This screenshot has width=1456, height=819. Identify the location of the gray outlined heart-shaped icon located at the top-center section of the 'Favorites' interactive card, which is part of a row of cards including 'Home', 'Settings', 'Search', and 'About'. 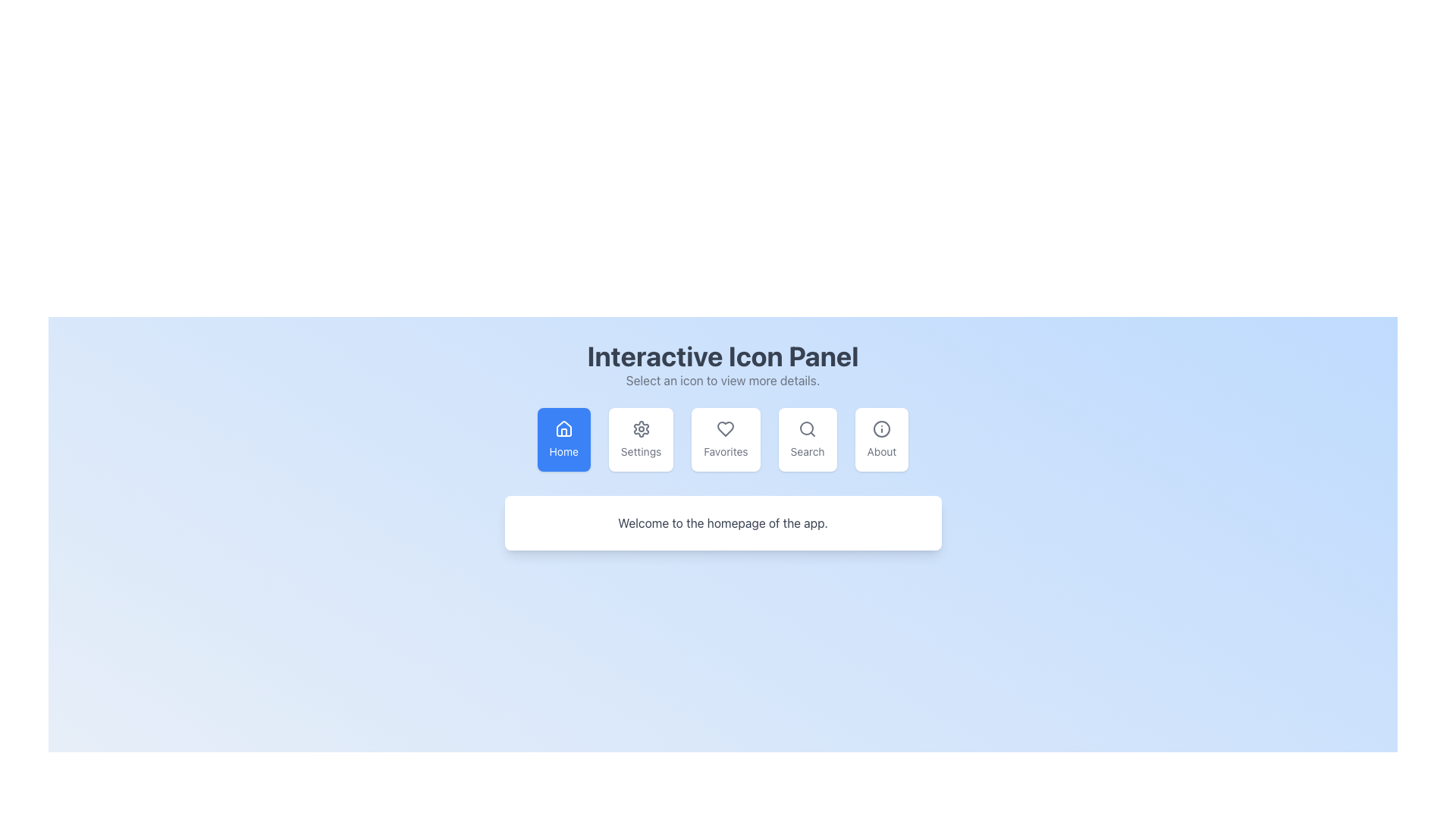
(725, 429).